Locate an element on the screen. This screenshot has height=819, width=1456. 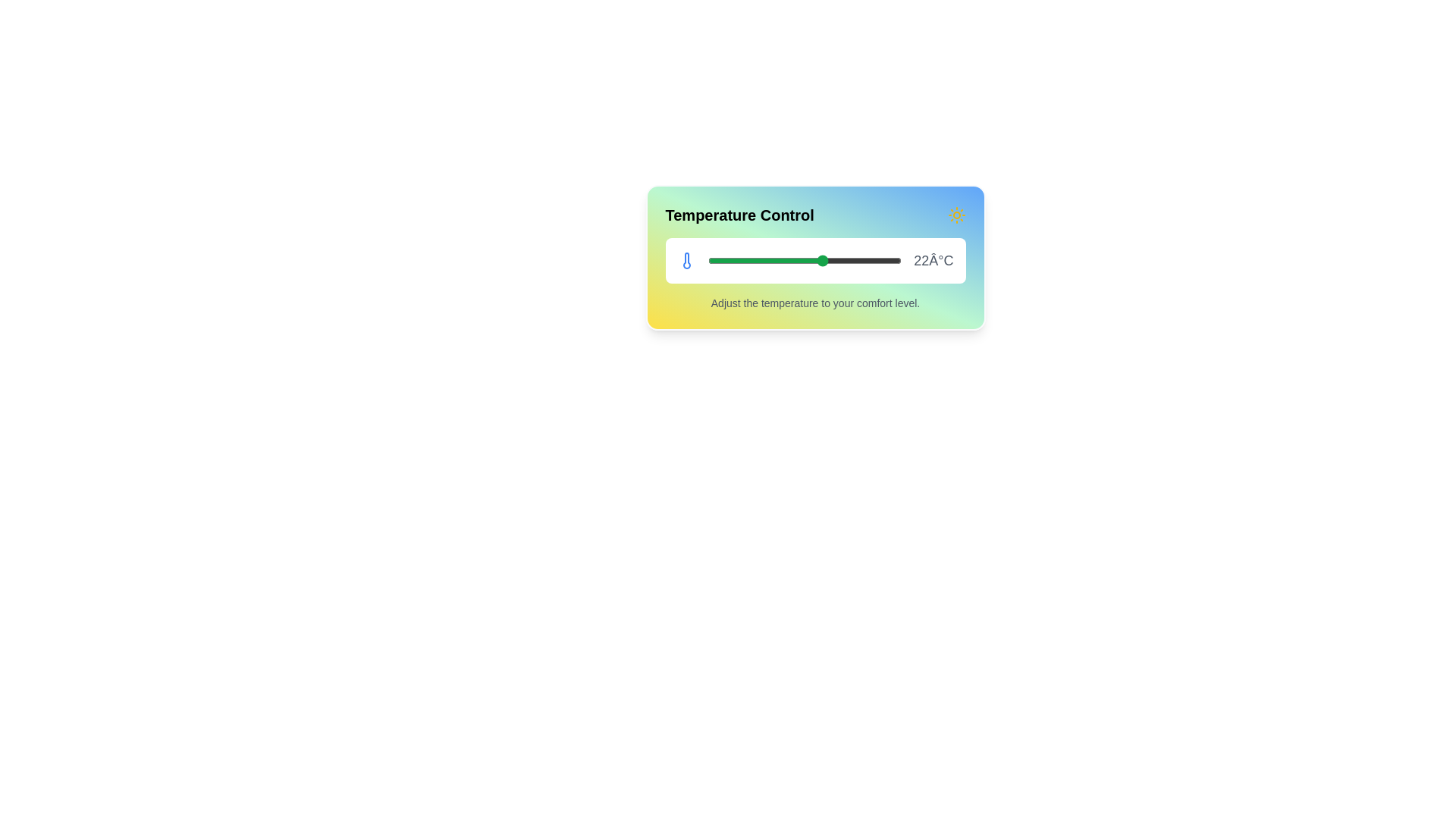
temperature is located at coordinates (814, 259).